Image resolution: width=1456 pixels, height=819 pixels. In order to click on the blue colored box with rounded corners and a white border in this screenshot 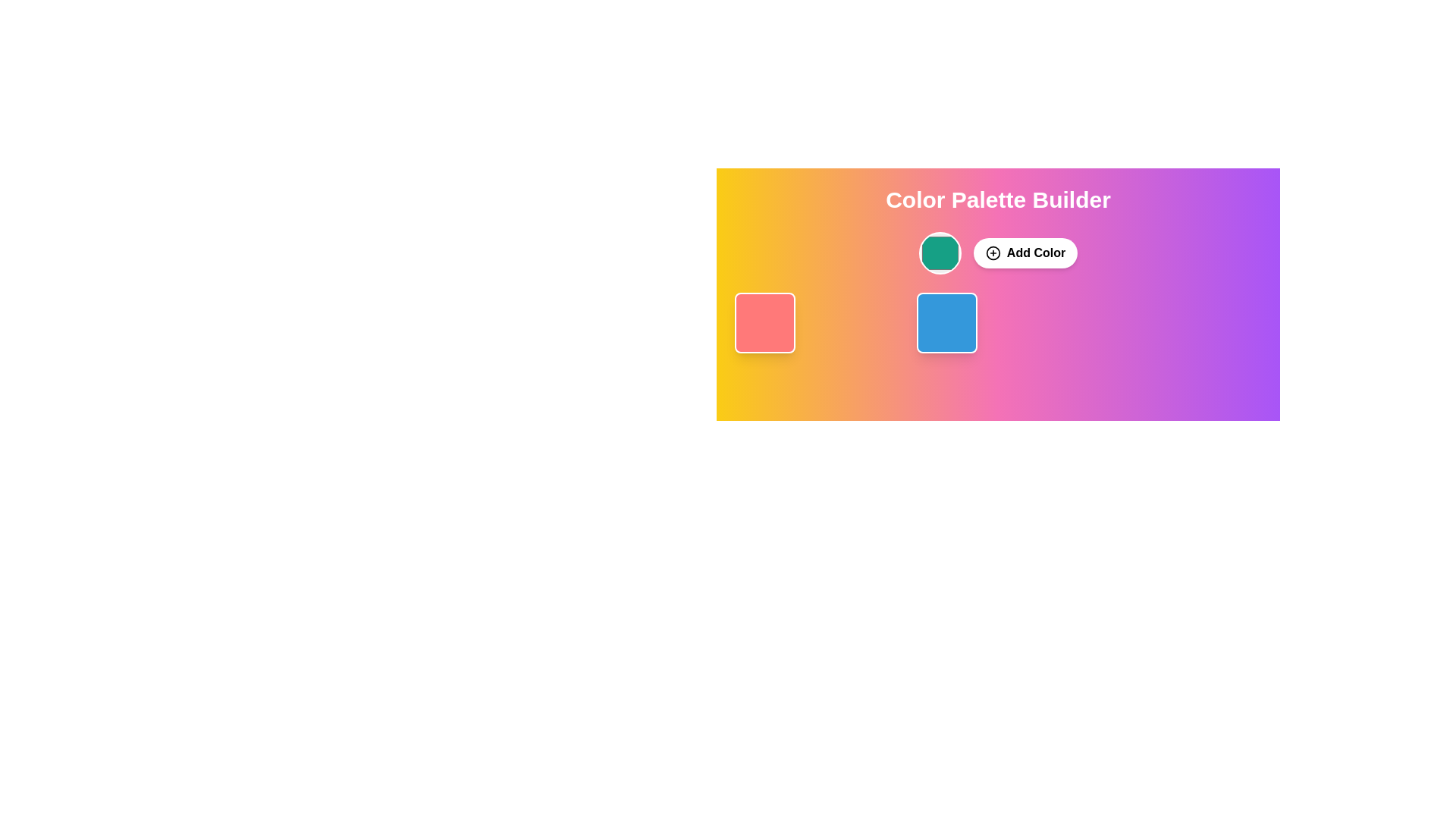, I will do `click(946, 322)`.